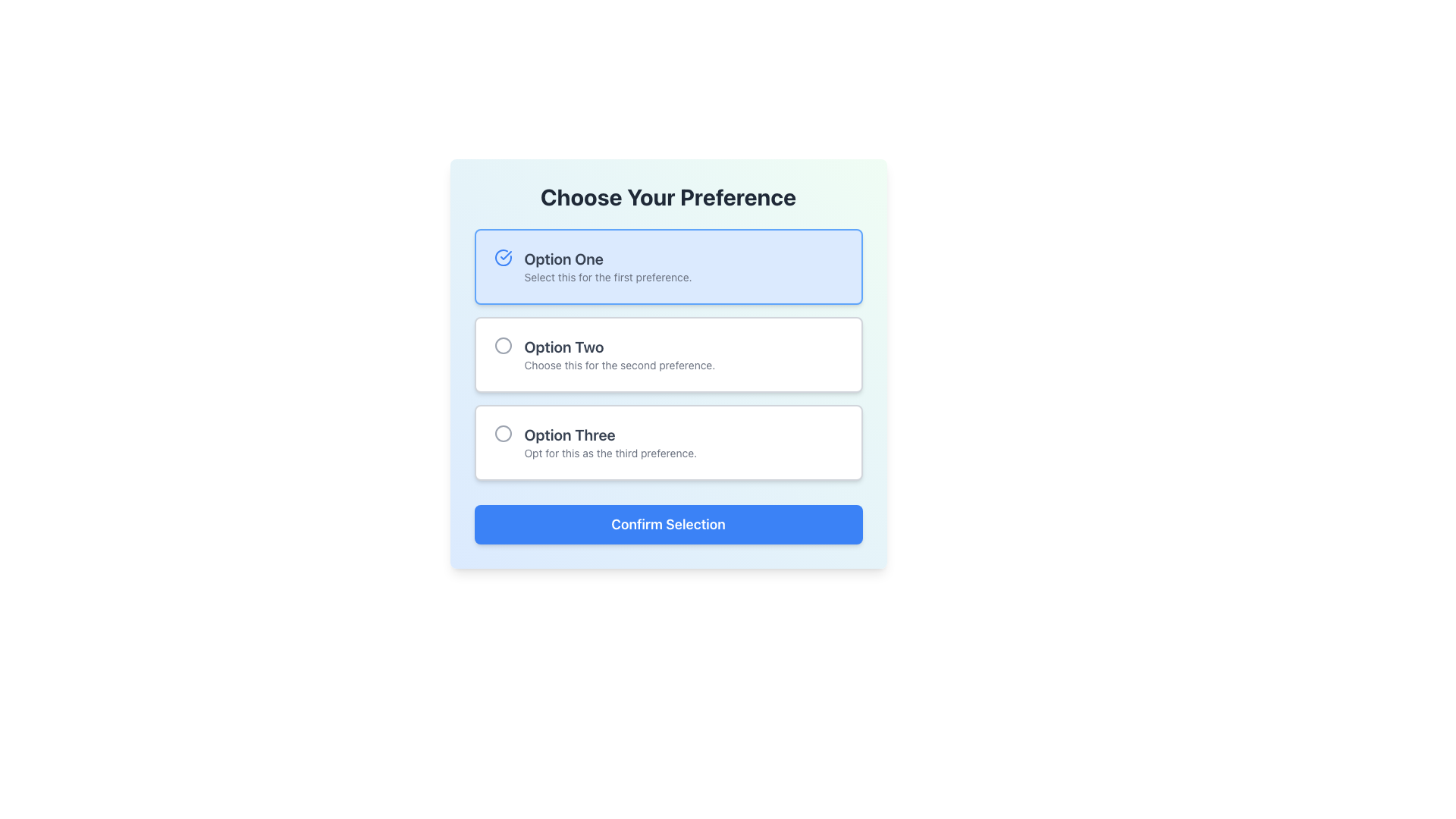 This screenshot has width=1456, height=819. I want to click on the circular indicator of the radio button for 'Option Two', so click(503, 345).